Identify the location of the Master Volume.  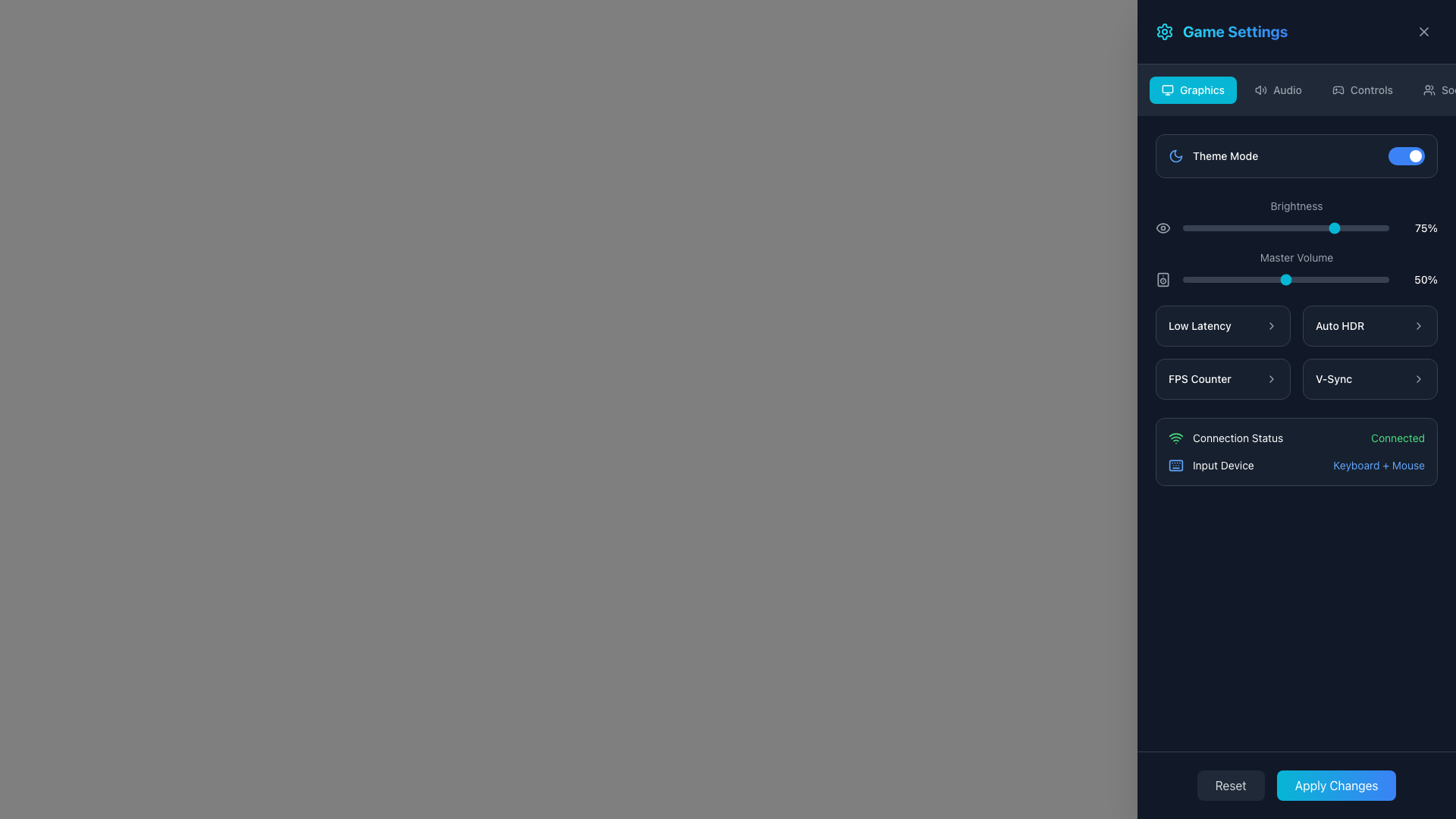
(1375, 280).